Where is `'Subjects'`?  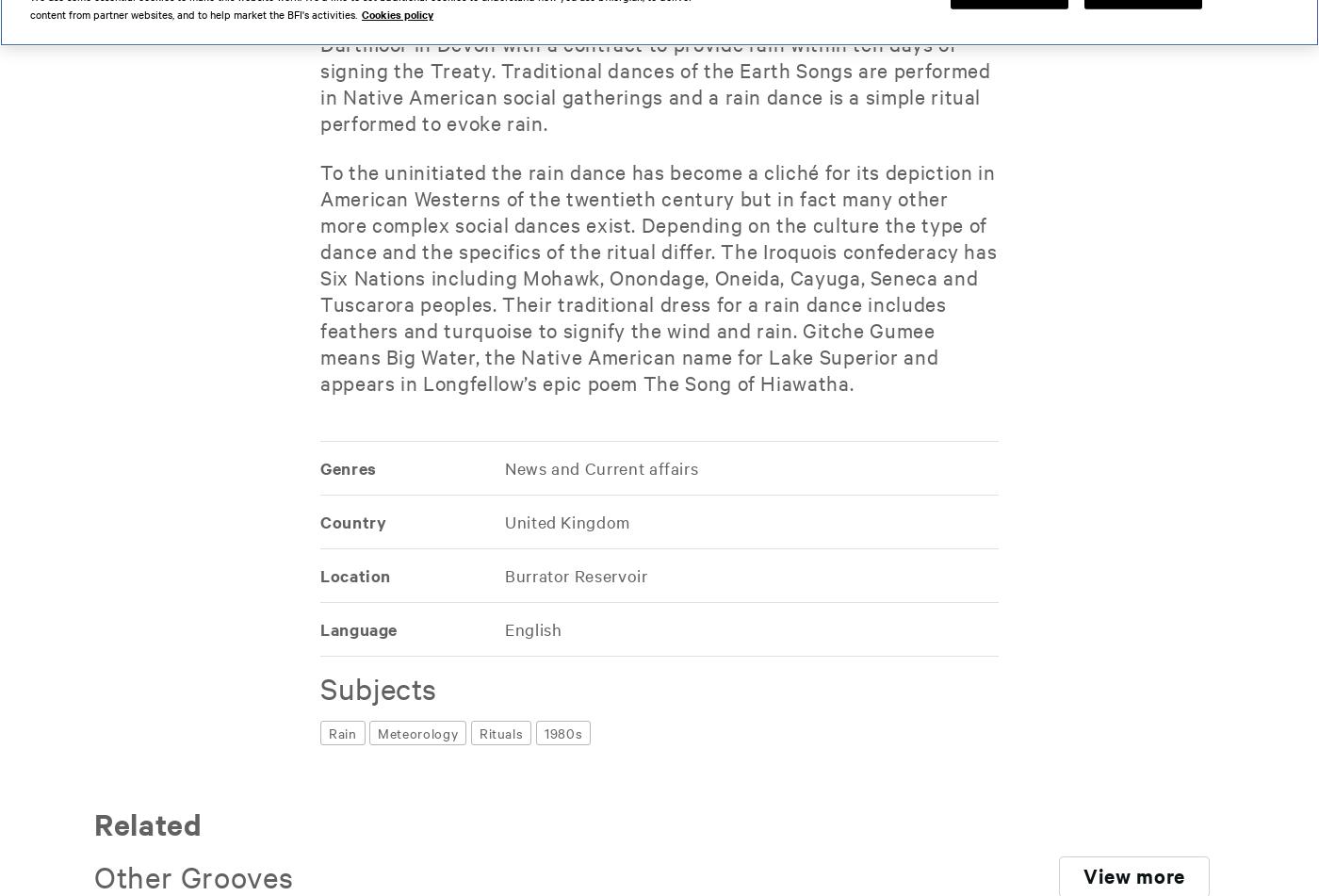
'Subjects' is located at coordinates (378, 688).